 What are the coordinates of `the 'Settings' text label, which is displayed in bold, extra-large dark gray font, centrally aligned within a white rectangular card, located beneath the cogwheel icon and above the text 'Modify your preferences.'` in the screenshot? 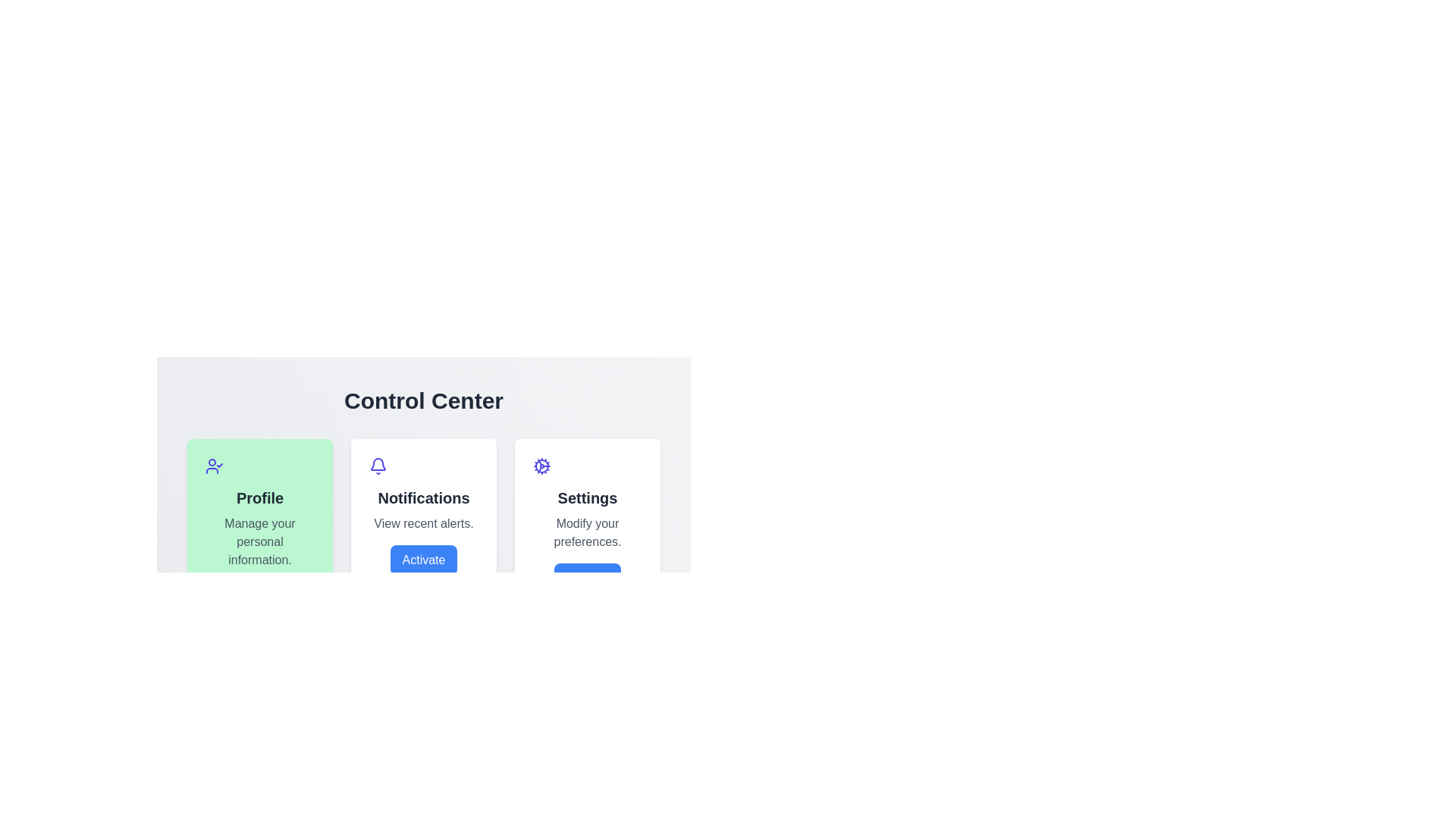 It's located at (586, 497).